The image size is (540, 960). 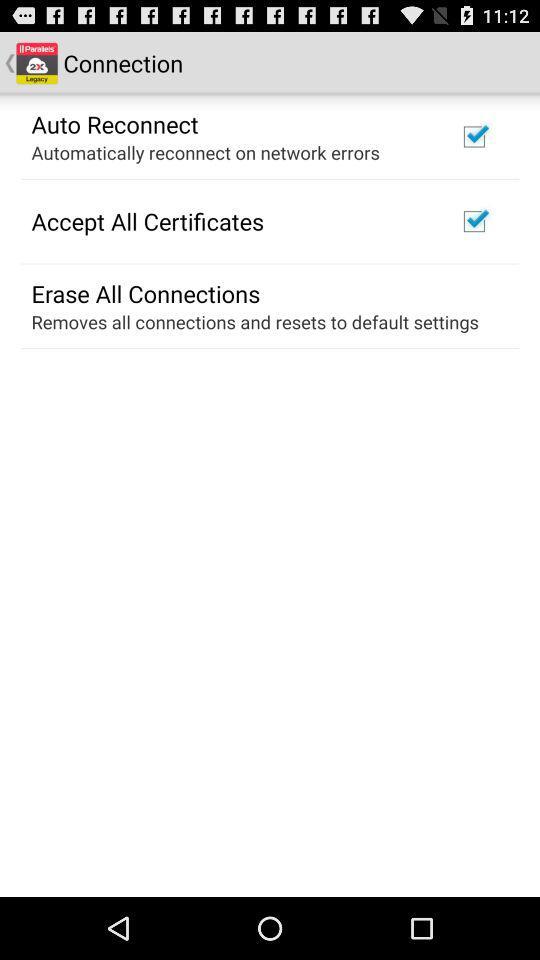 What do you see at coordinates (204, 151) in the screenshot?
I see `the item at the top` at bounding box center [204, 151].